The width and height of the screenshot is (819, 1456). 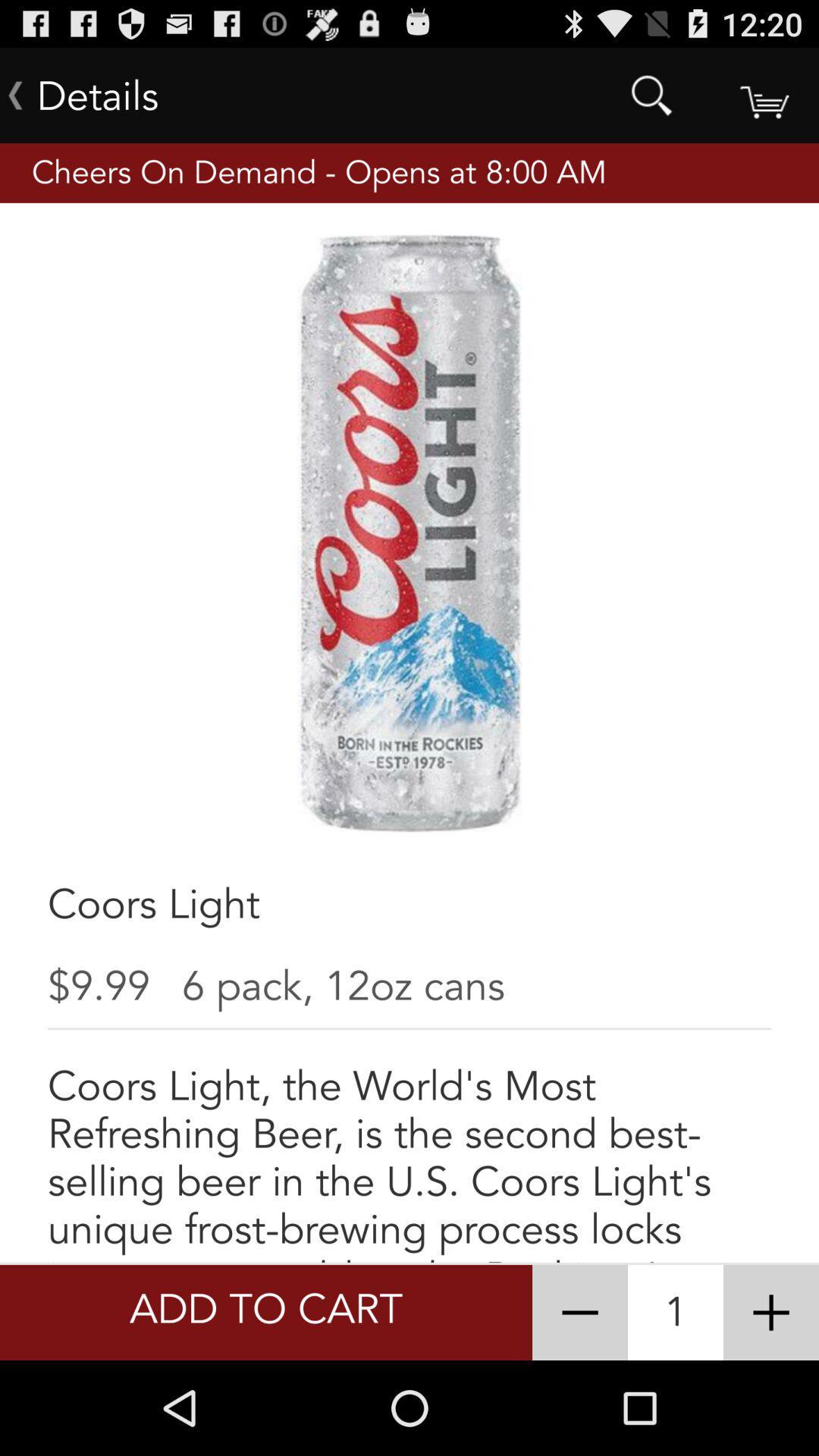 What do you see at coordinates (771, 1312) in the screenshot?
I see `one more of the same order` at bounding box center [771, 1312].